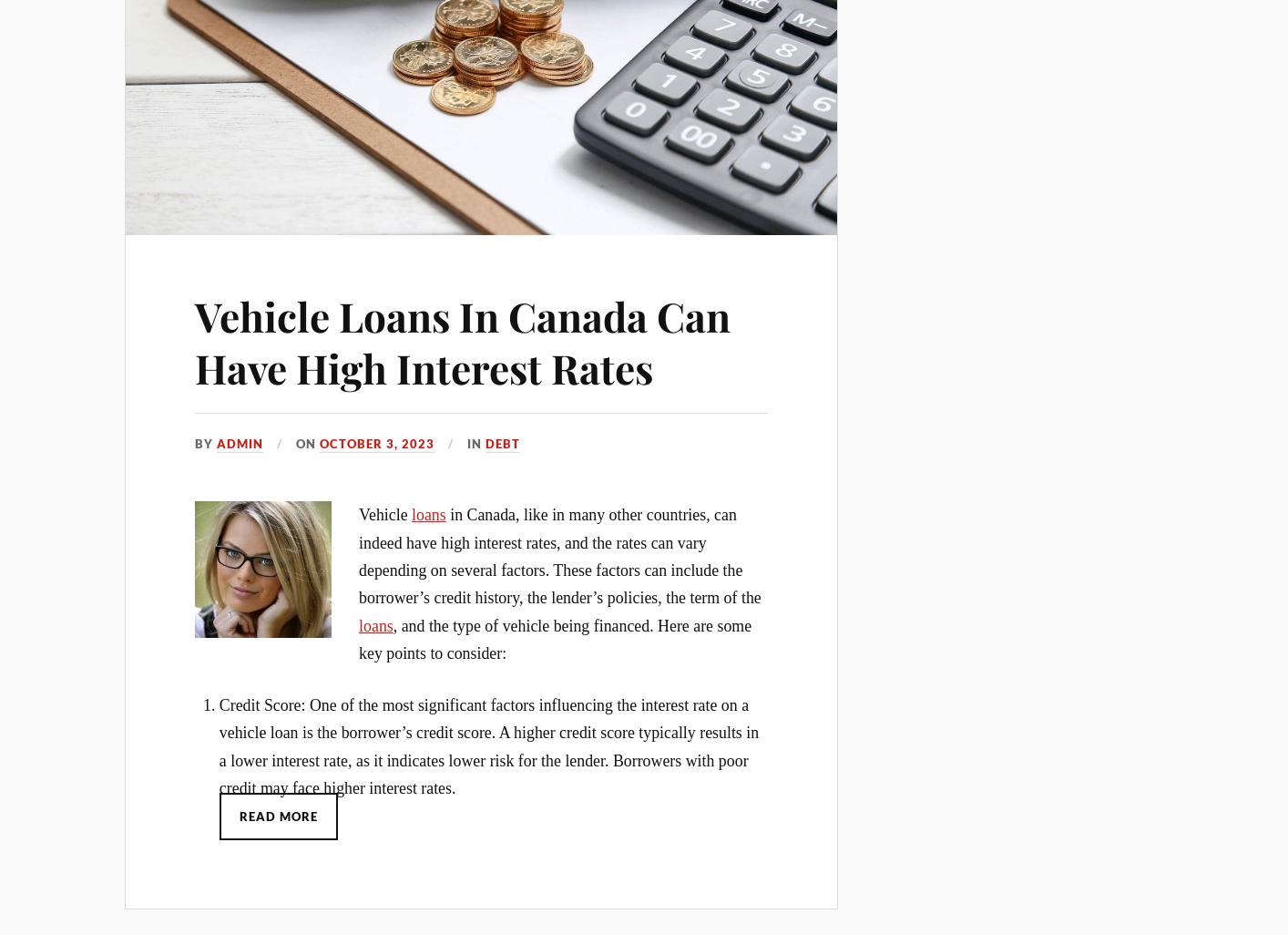 This screenshot has width=1288, height=935. I want to click on 'In', so click(475, 442).